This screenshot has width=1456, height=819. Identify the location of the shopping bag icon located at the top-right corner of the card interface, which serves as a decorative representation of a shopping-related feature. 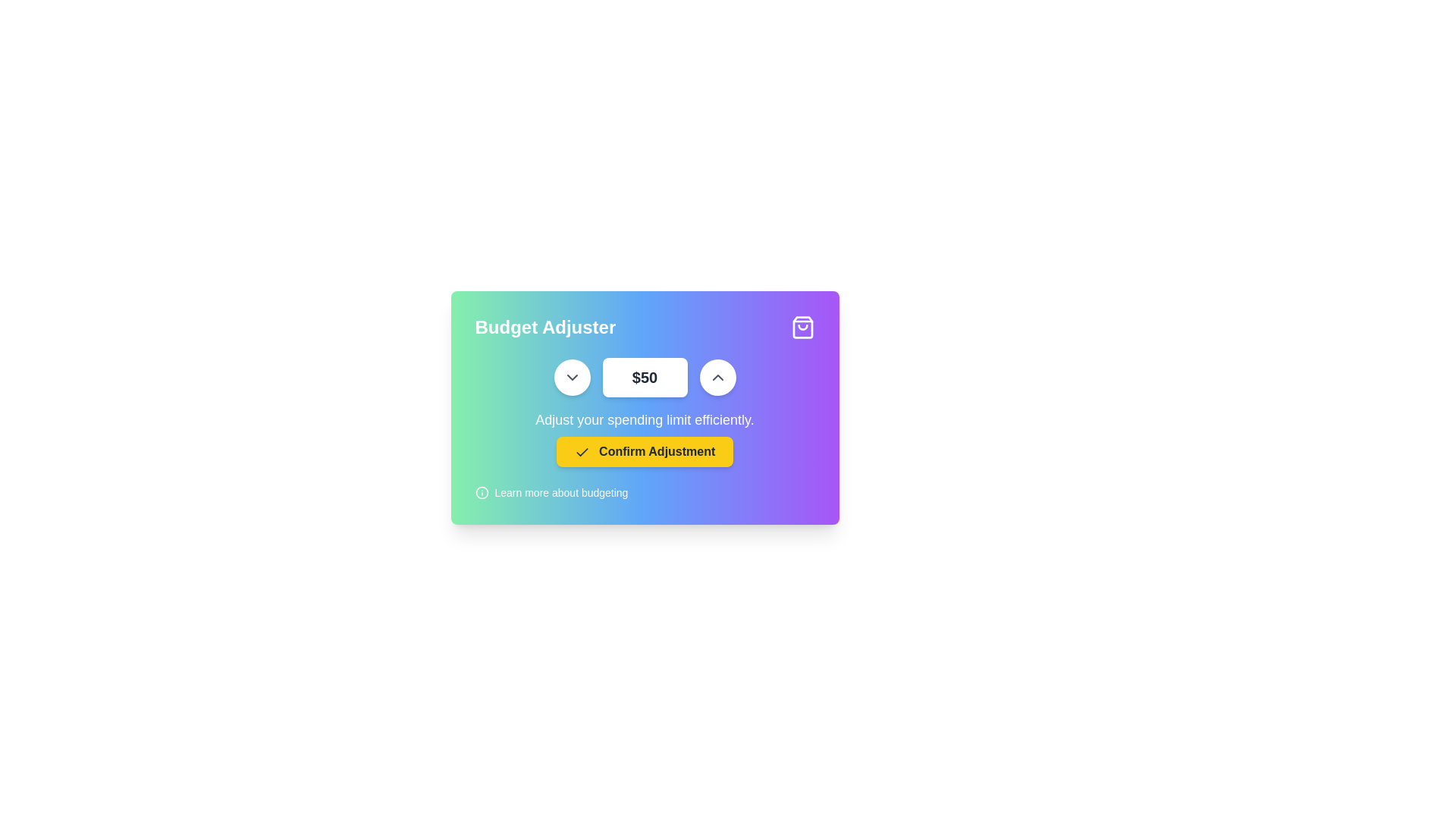
(802, 327).